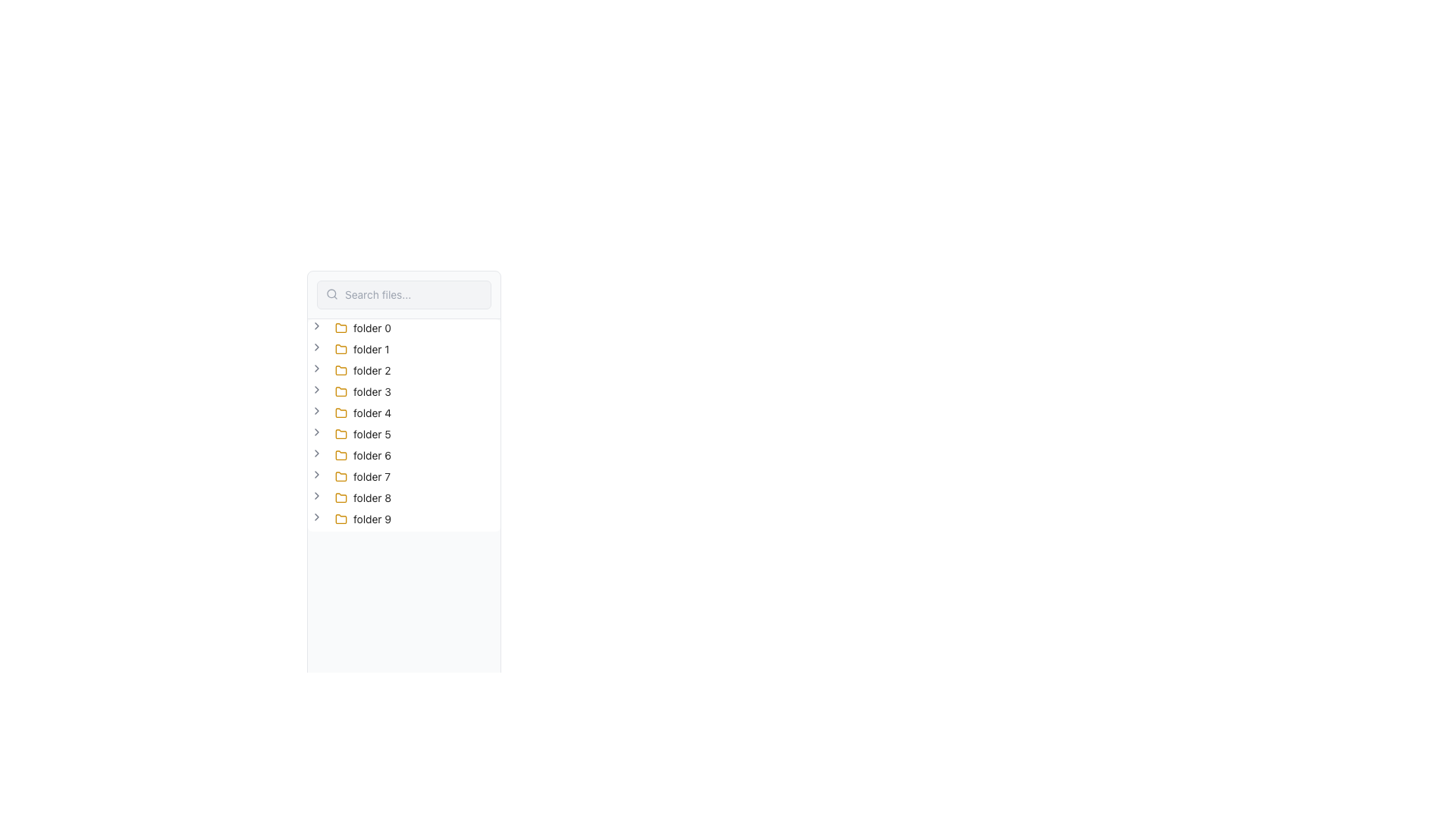 This screenshot has width=1456, height=819. Describe the element at coordinates (372, 413) in the screenshot. I see `the text label displaying 'folder 4'` at that location.